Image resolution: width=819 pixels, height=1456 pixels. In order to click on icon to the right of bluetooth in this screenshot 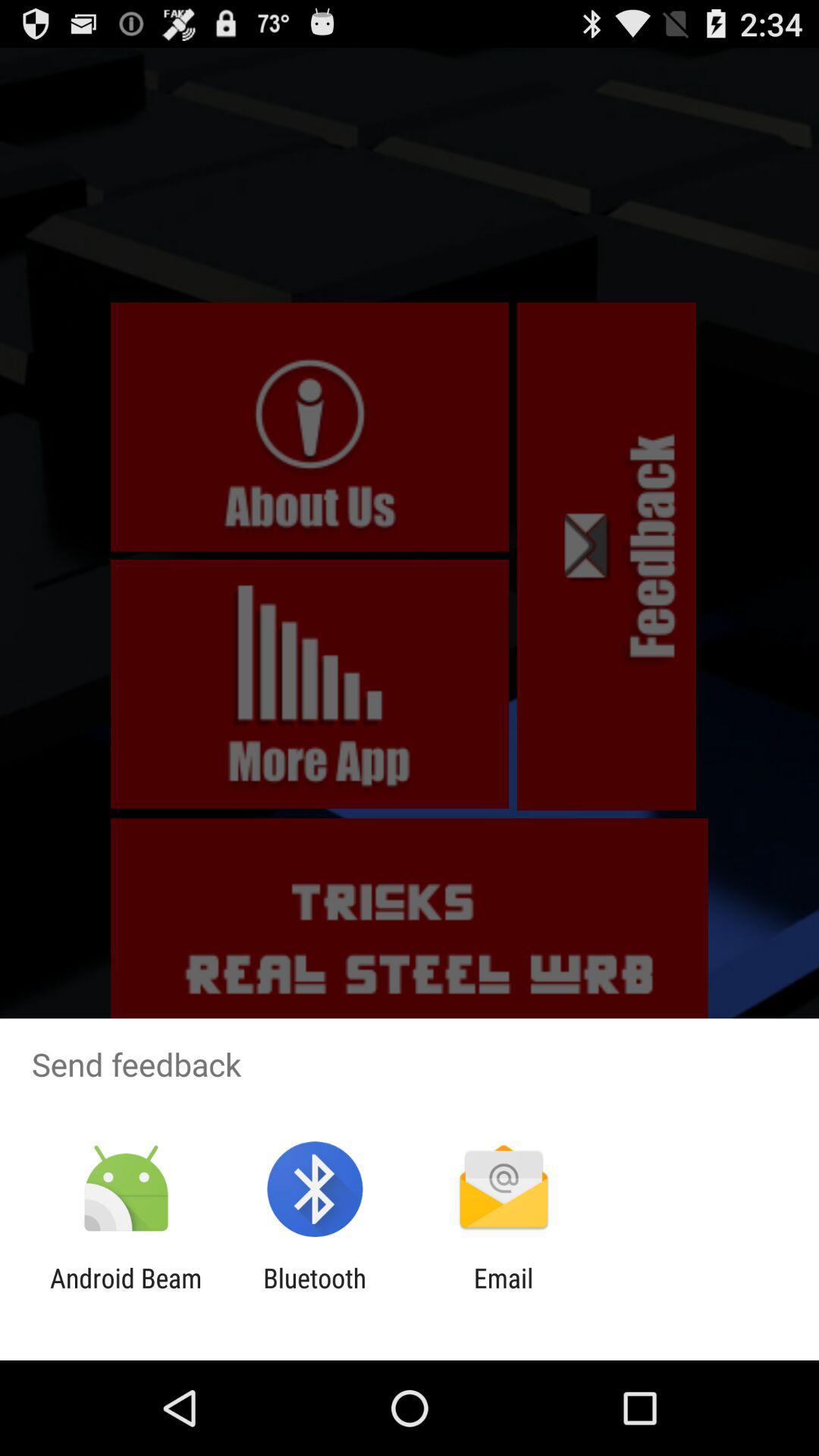, I will do `click(504, 1293)`.